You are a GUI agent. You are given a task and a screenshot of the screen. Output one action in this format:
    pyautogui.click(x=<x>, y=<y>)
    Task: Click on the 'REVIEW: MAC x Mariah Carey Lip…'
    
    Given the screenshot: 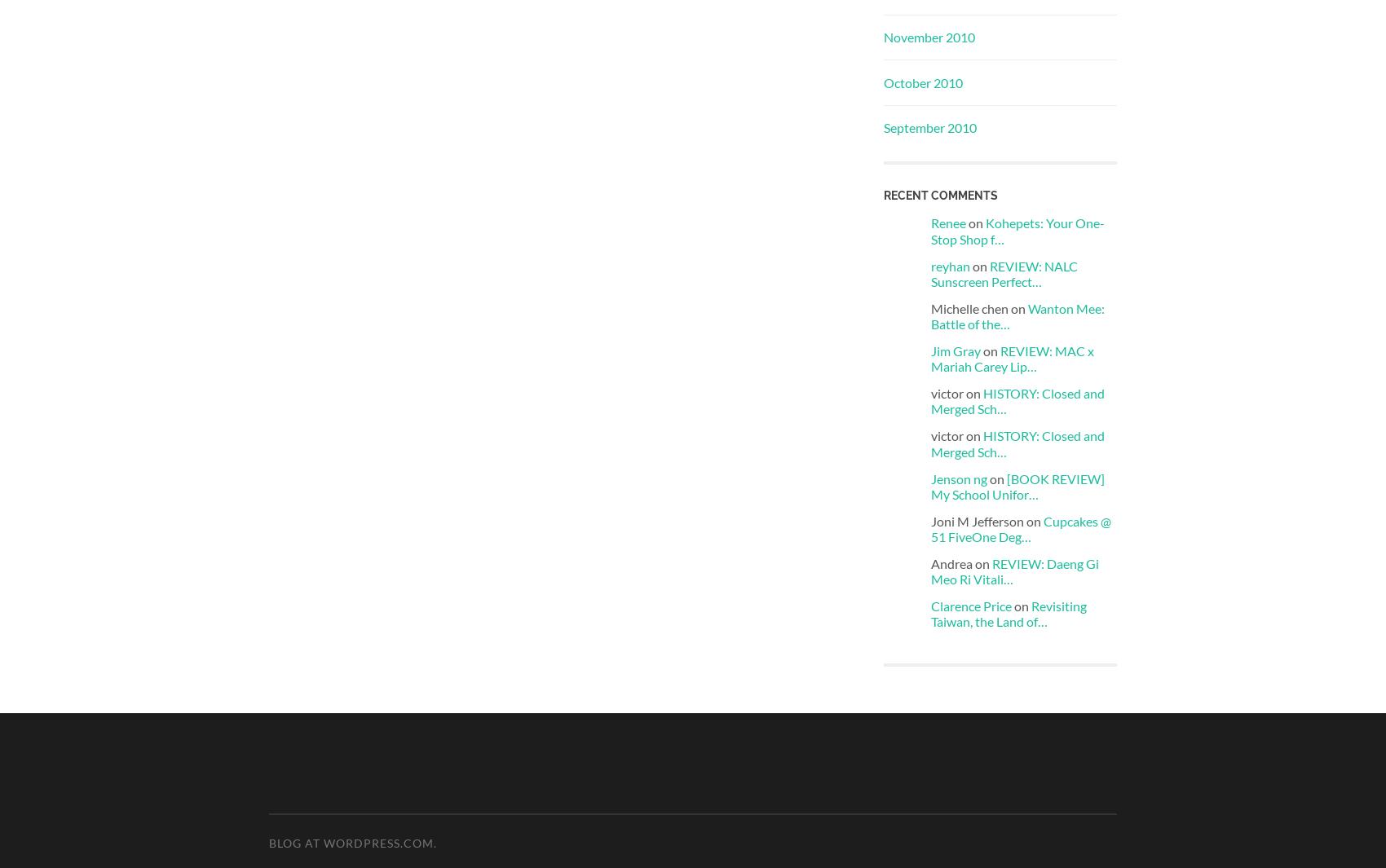 What is the action you would take?
    pyautogui.click(x=931, y=357)
    